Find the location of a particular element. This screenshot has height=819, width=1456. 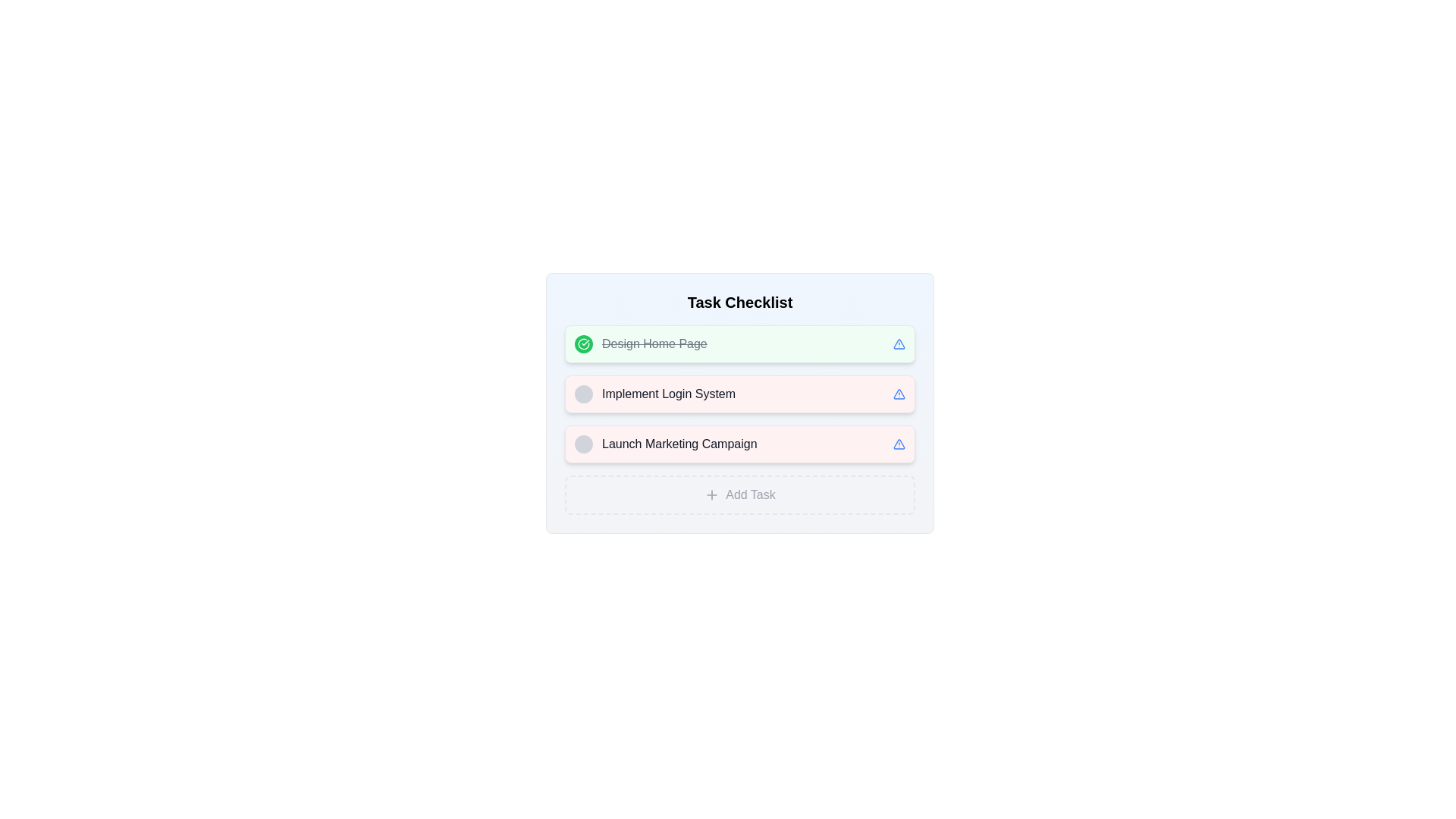

the triangular warning icon with a blue outline located at the far right of the 'Launch Marketing Campaign' row is located at coordinates (899, 394).